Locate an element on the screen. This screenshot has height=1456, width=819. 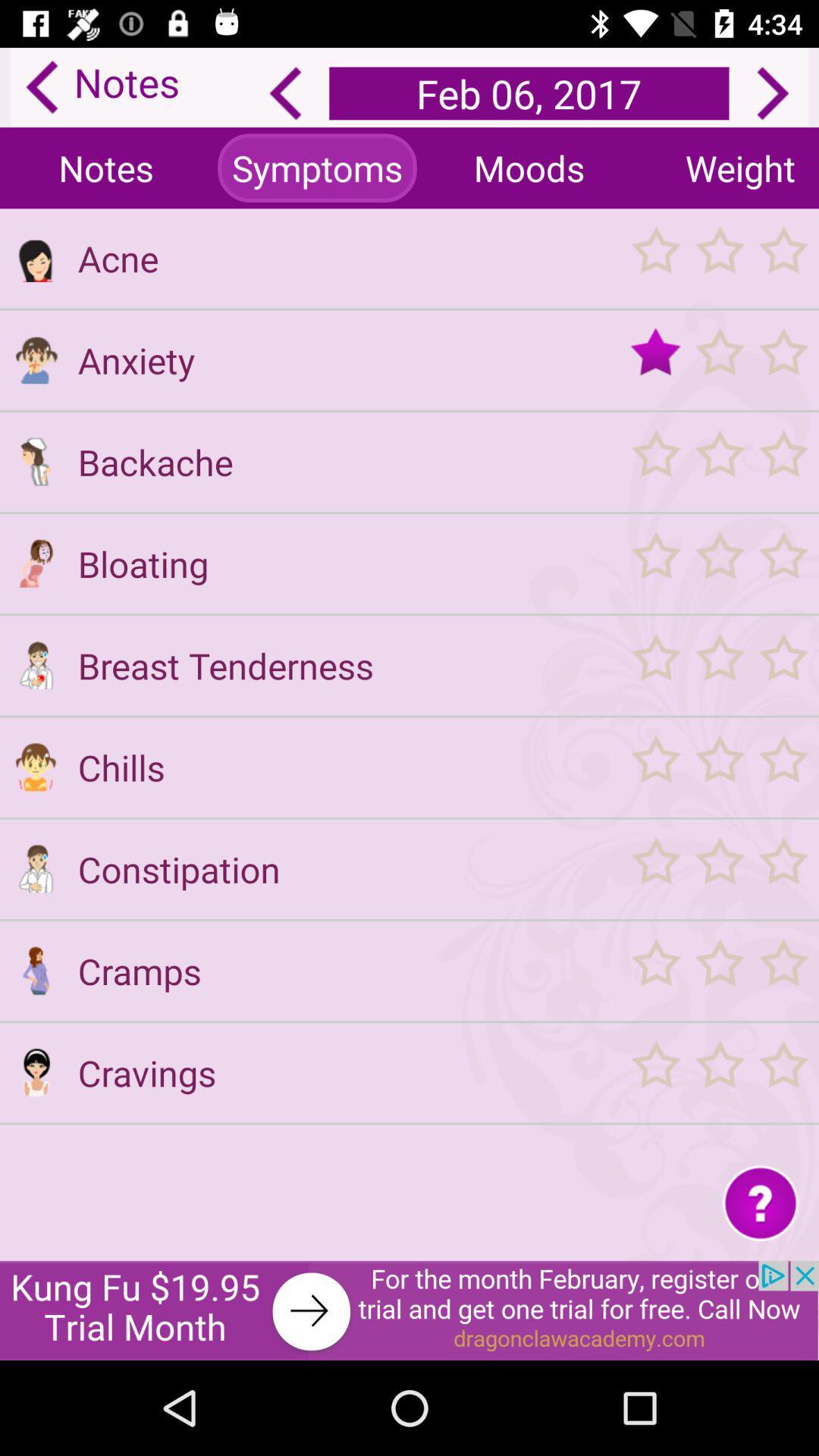
my period tracker calendar is located at coordinates (718, 461).